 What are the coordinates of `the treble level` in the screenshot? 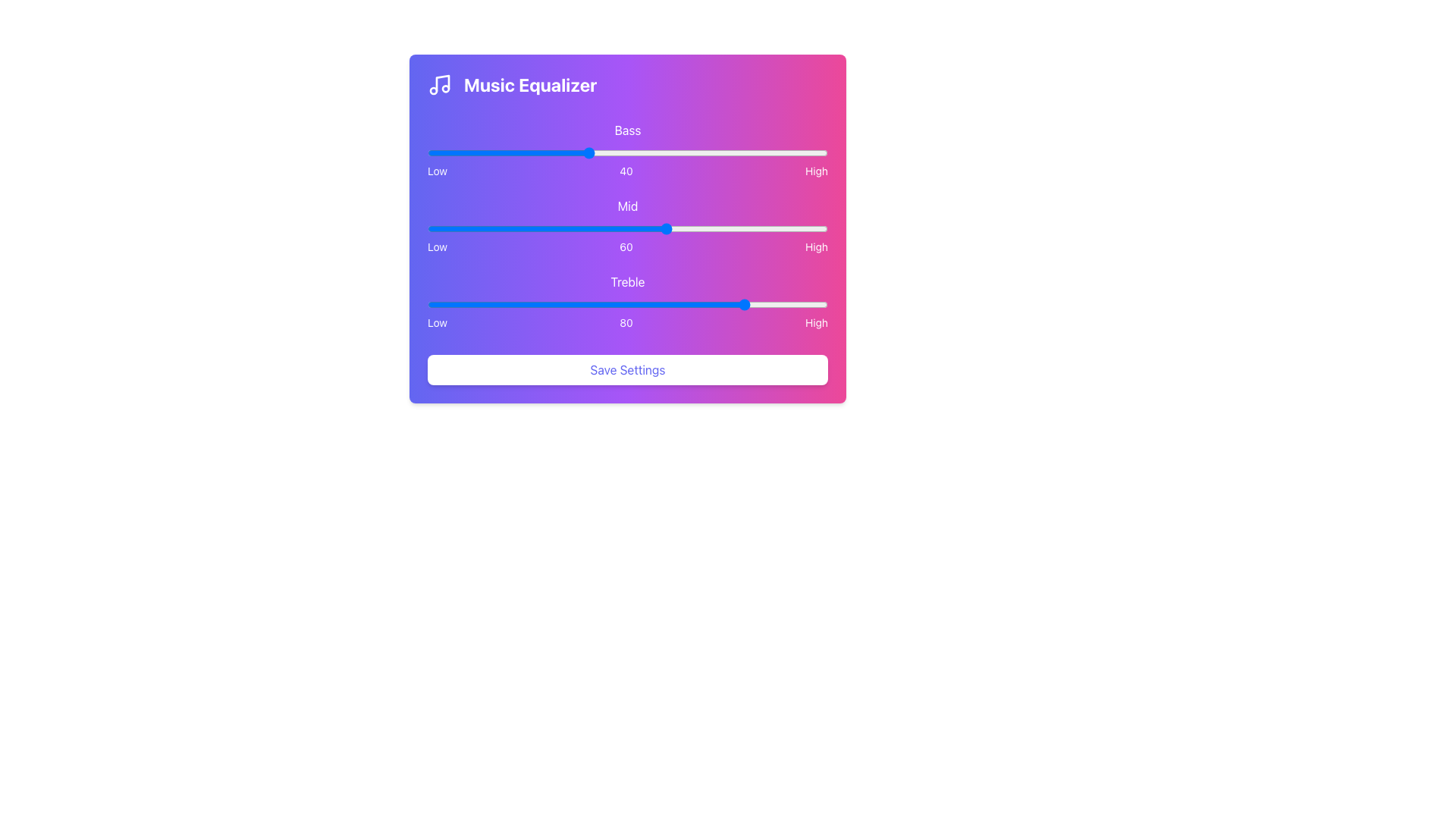 It's located at (651, 304).